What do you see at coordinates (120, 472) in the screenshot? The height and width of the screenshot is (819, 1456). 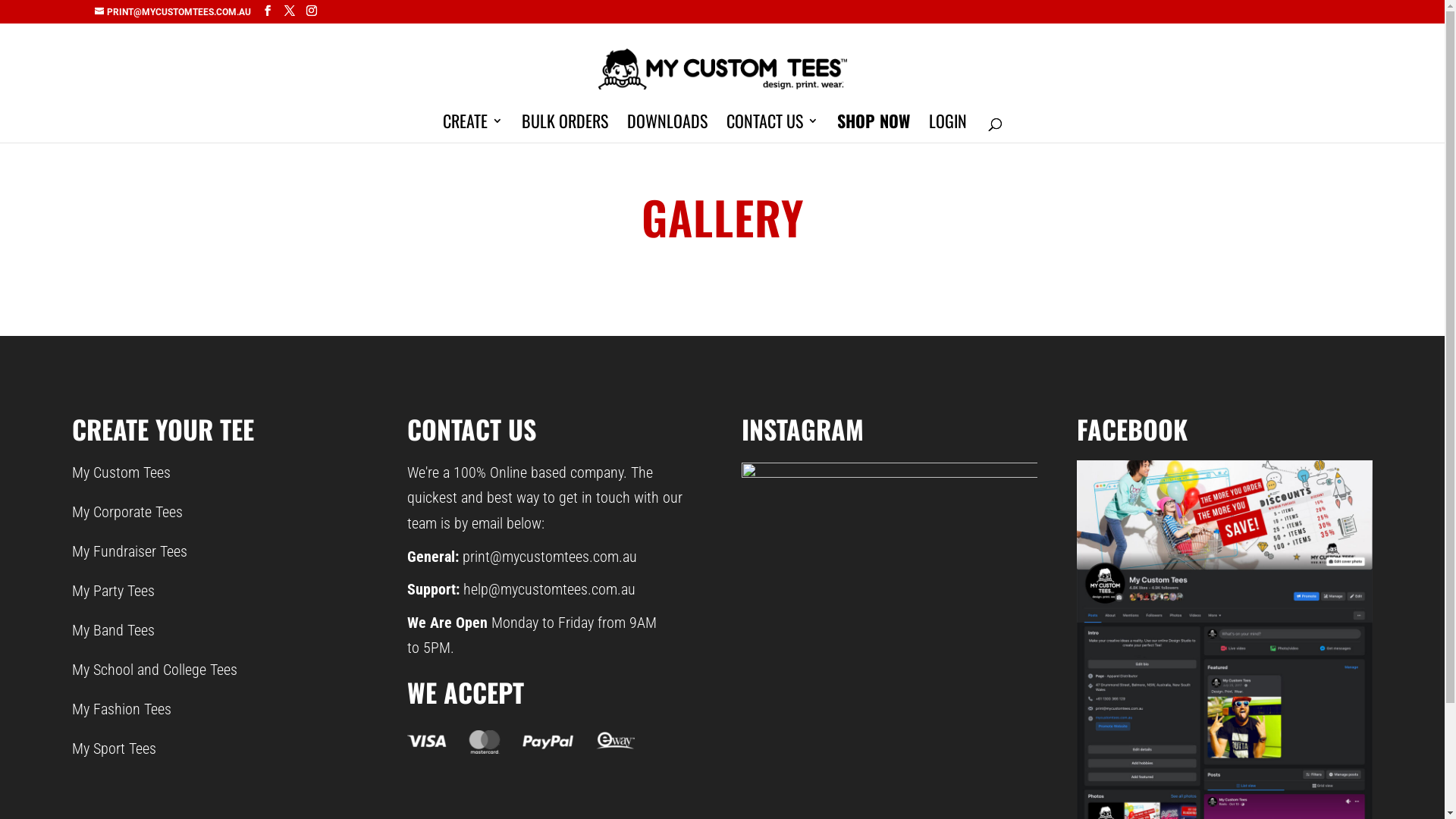 I see `'My Custom Tees'` at bounding box center [120, 472].